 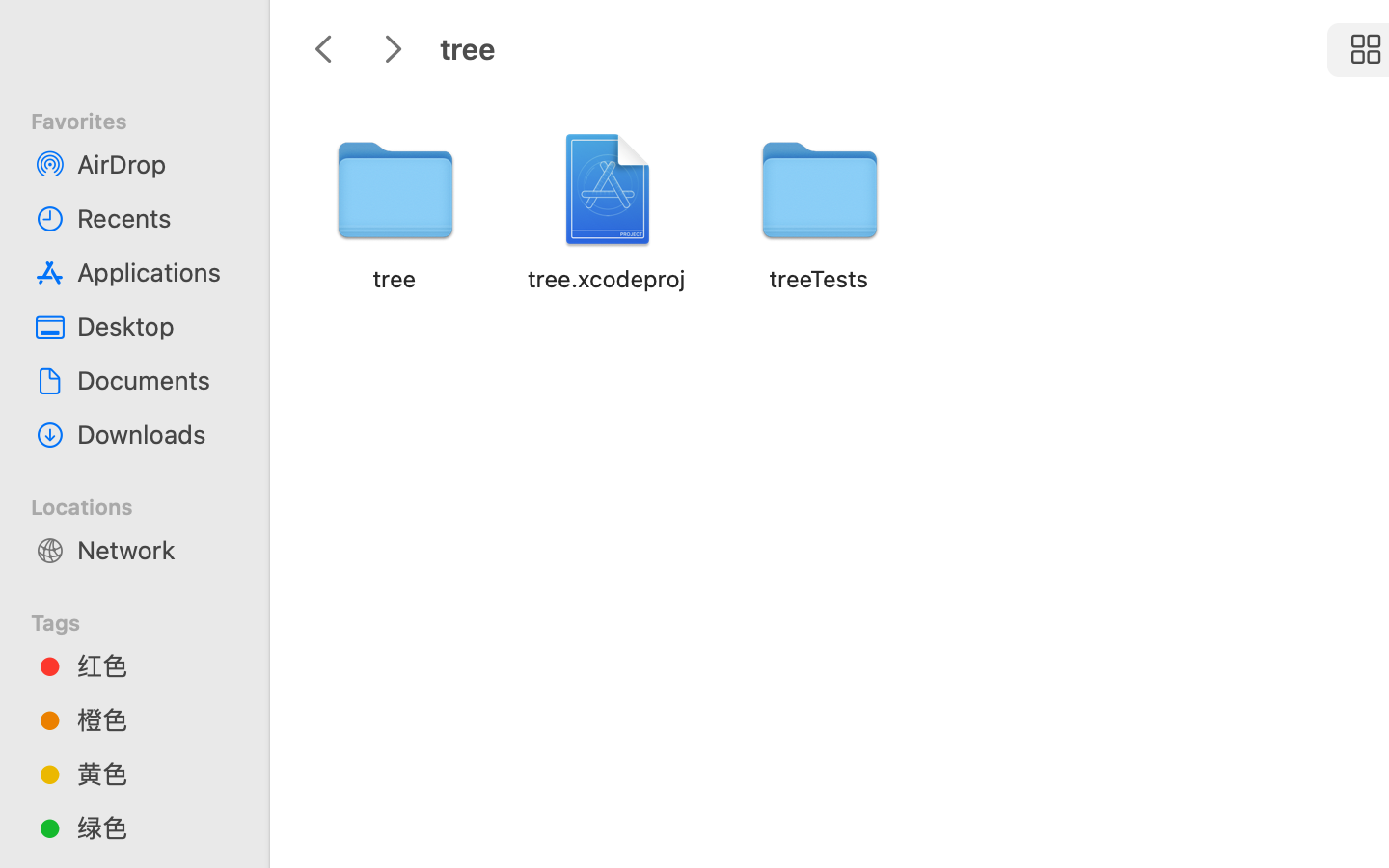 What do you see at coordinates (153, 549) in the screenshot?
I see `'Network'` at bounding box center [153, 549].